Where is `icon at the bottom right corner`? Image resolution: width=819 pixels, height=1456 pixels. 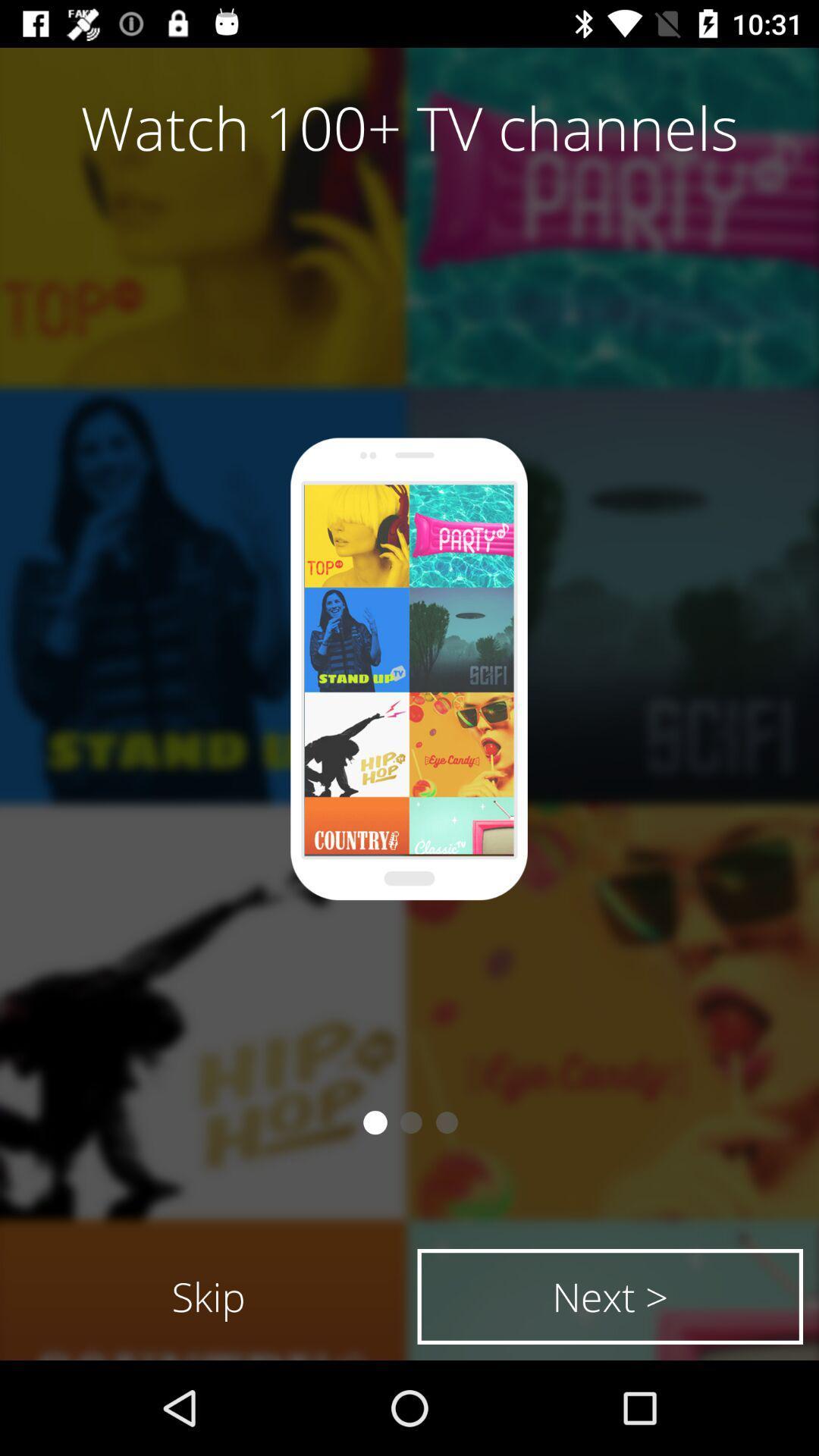
icon at the bottom right corner is located at coordinates (609, 1295).